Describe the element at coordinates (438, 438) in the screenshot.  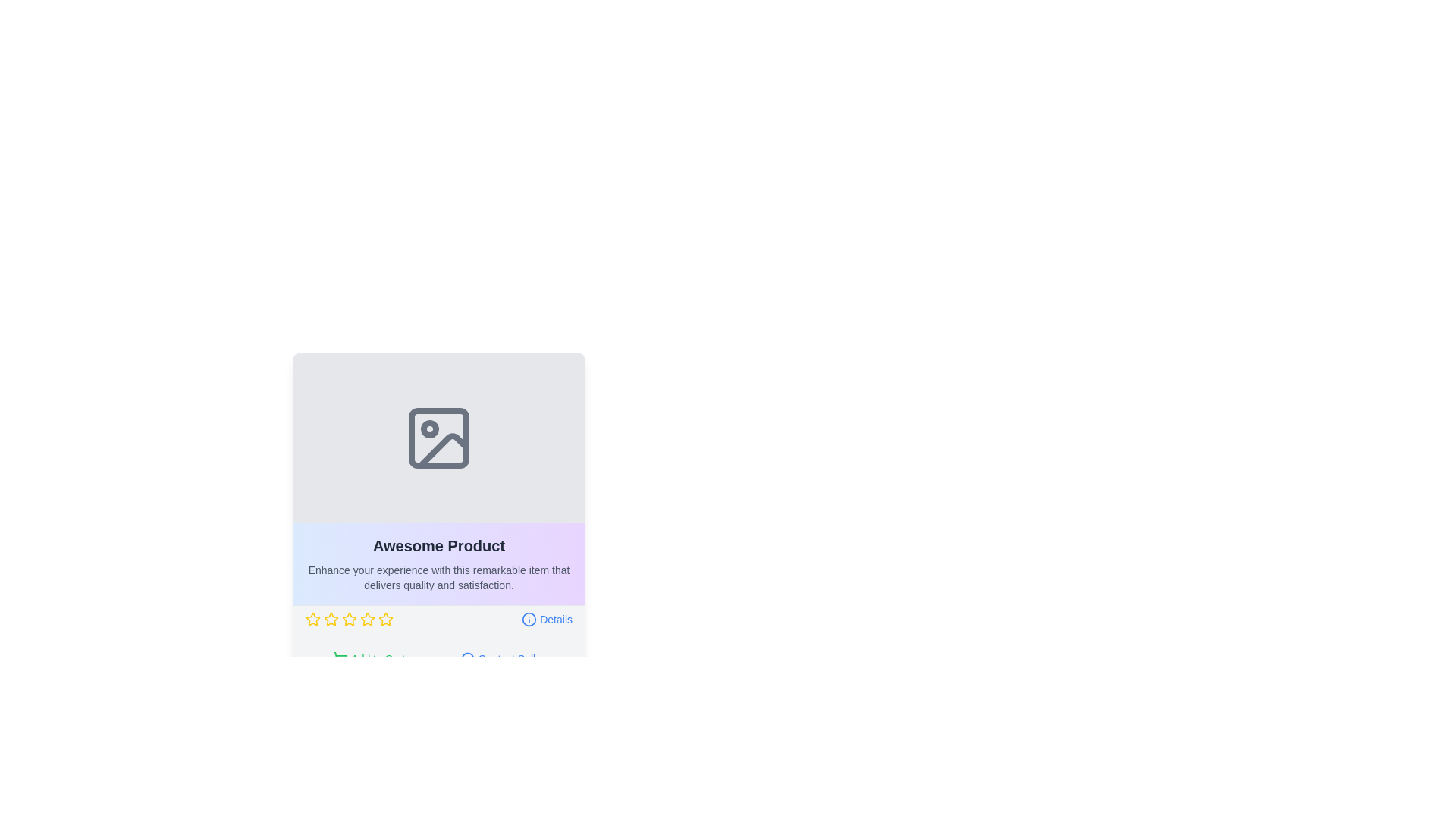
I see `the image placeholder icon located at the center of the gray rectangular area above the text 'Awesome Product'` at that location.